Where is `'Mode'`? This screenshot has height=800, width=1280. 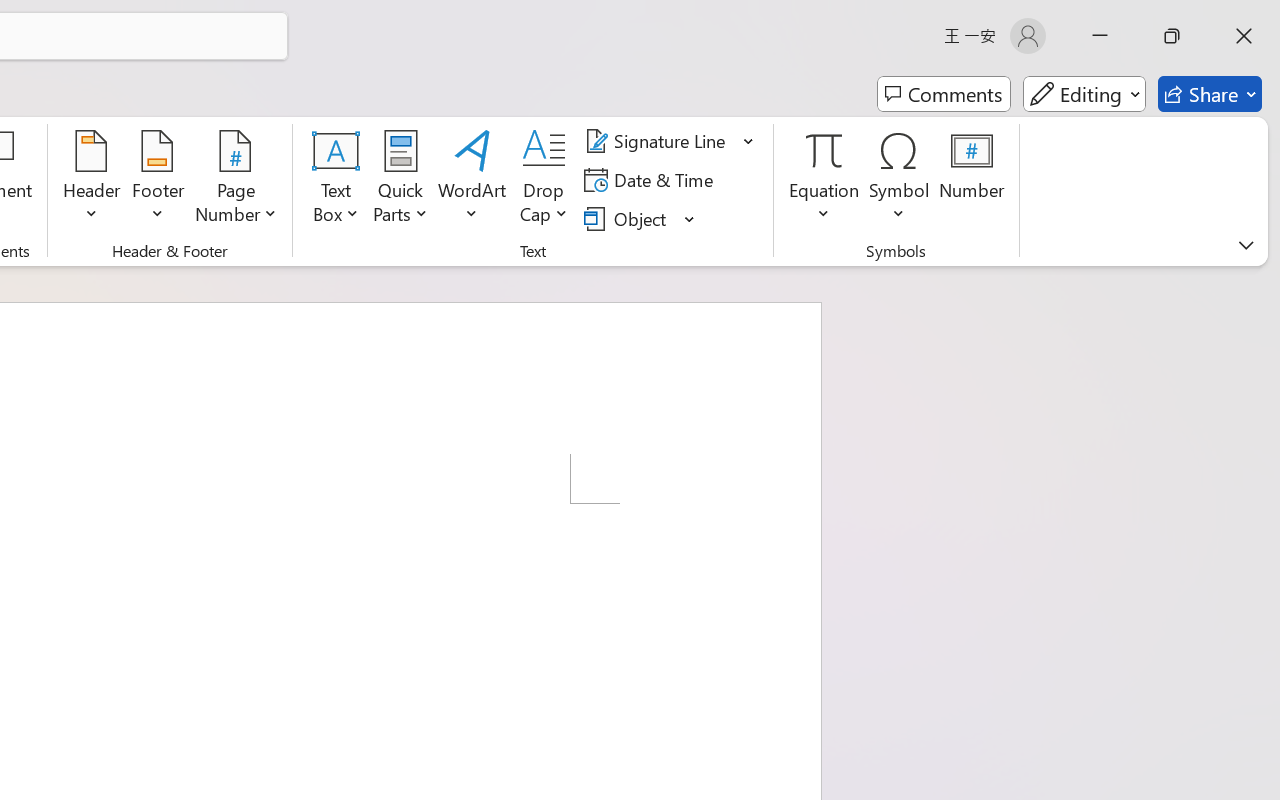 'Mode' is located at coordinates (1083, 94).